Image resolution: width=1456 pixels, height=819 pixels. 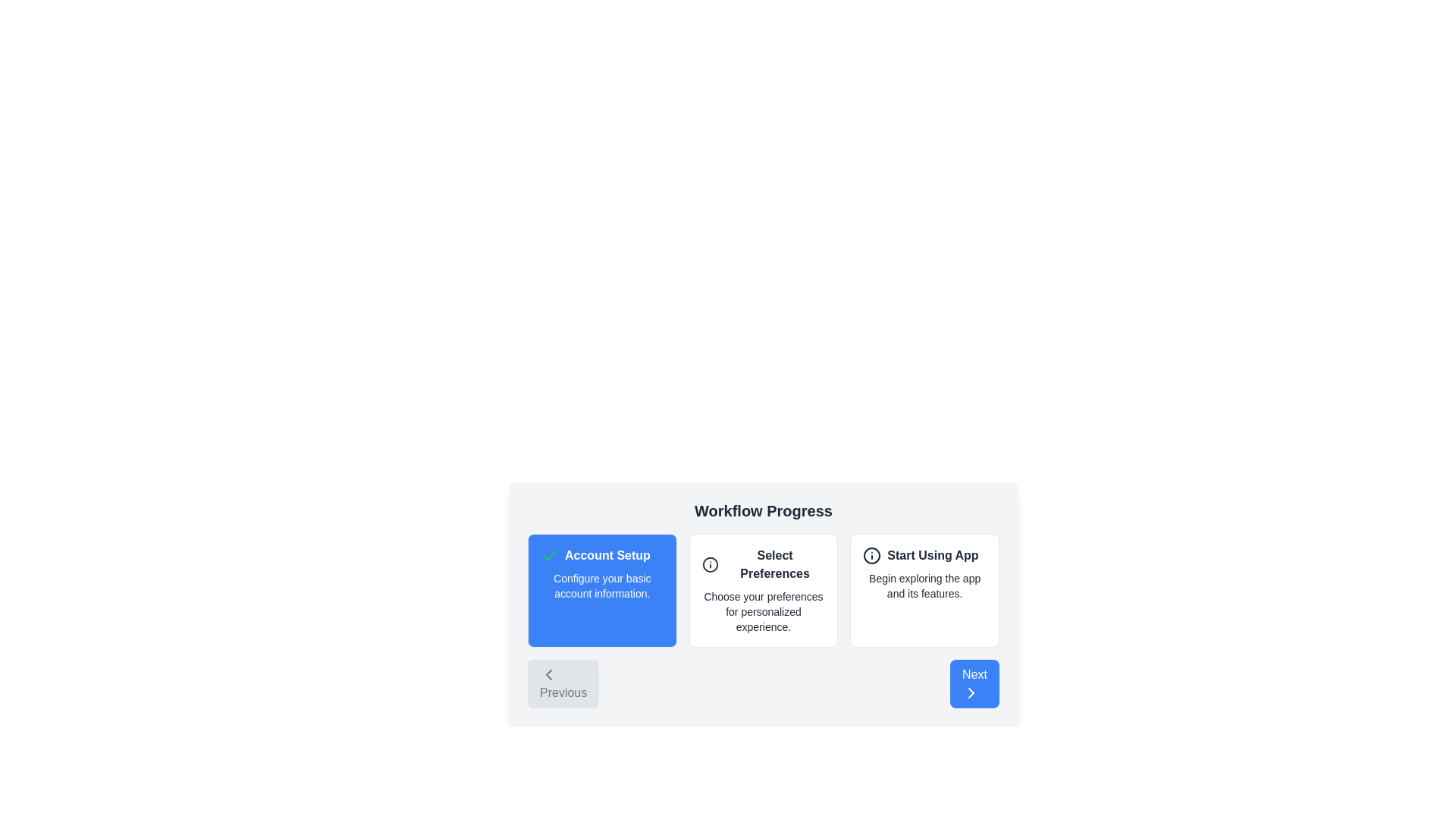 What do you see at coordinates (971, 693) in the screenshot?
I see `the SVG icon within the 'Next' button located at the bottom-right corner of the interface, which indicates progression in a workflow` at bounding box center [971, 693].